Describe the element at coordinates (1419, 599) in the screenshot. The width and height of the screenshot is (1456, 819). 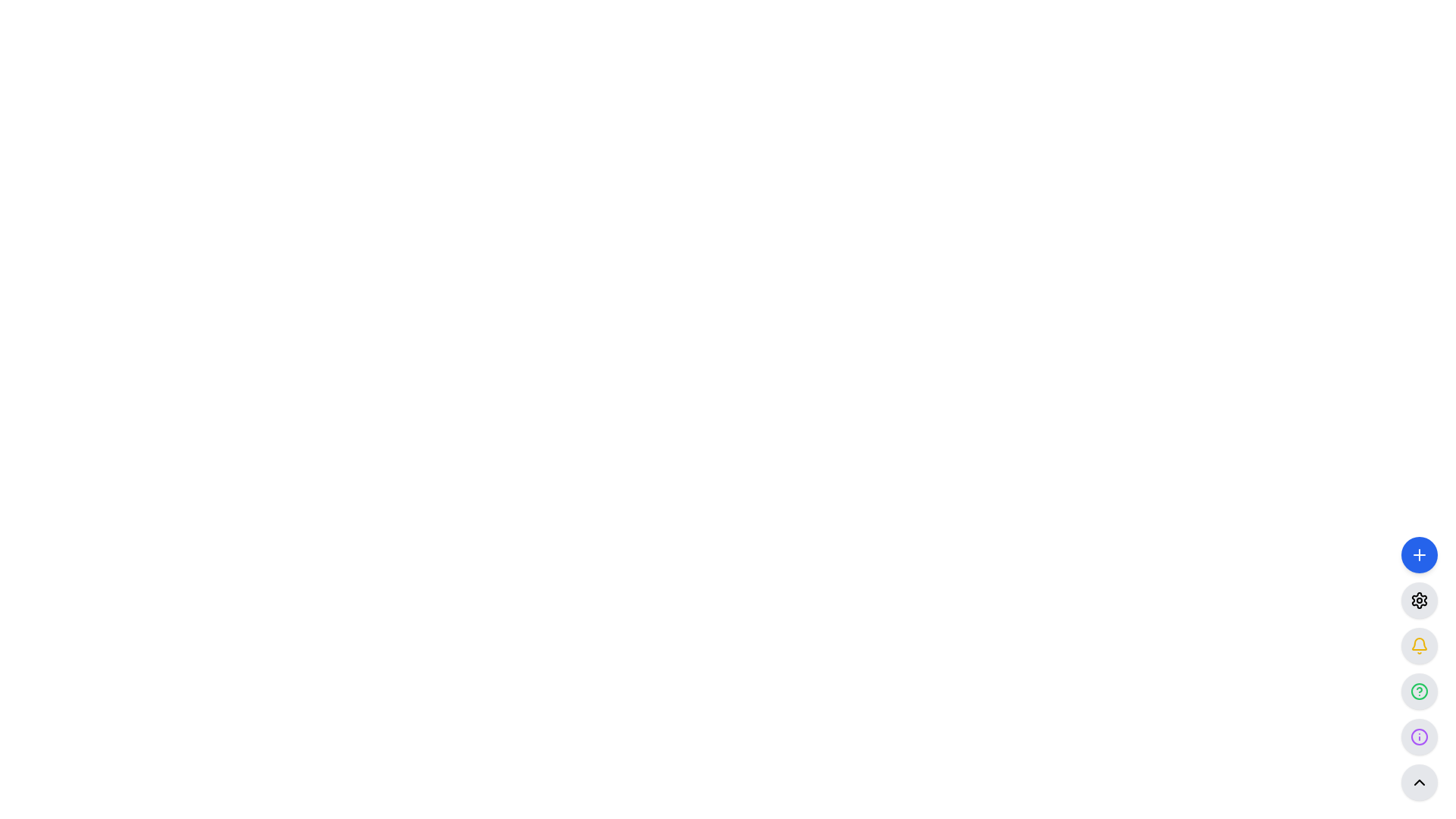
I see `the circular button with a black gear icon on a white background, located second from the top in the vertical stack of buttons on the right side of the interface` at that location.